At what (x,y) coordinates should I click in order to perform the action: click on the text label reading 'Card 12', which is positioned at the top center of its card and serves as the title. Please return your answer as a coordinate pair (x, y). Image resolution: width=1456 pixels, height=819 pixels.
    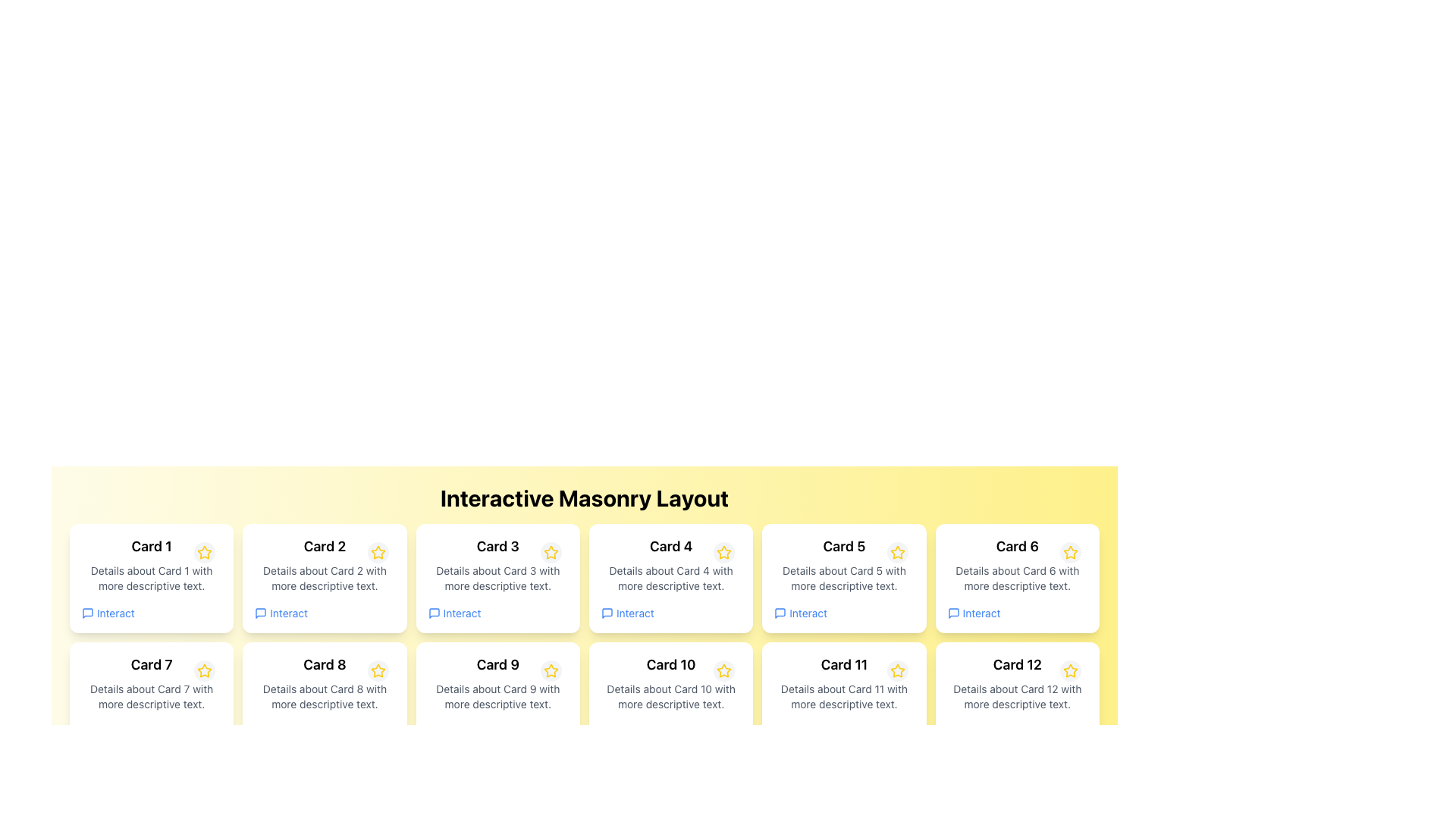
    Looking at the image, I should click on (1017, 664).